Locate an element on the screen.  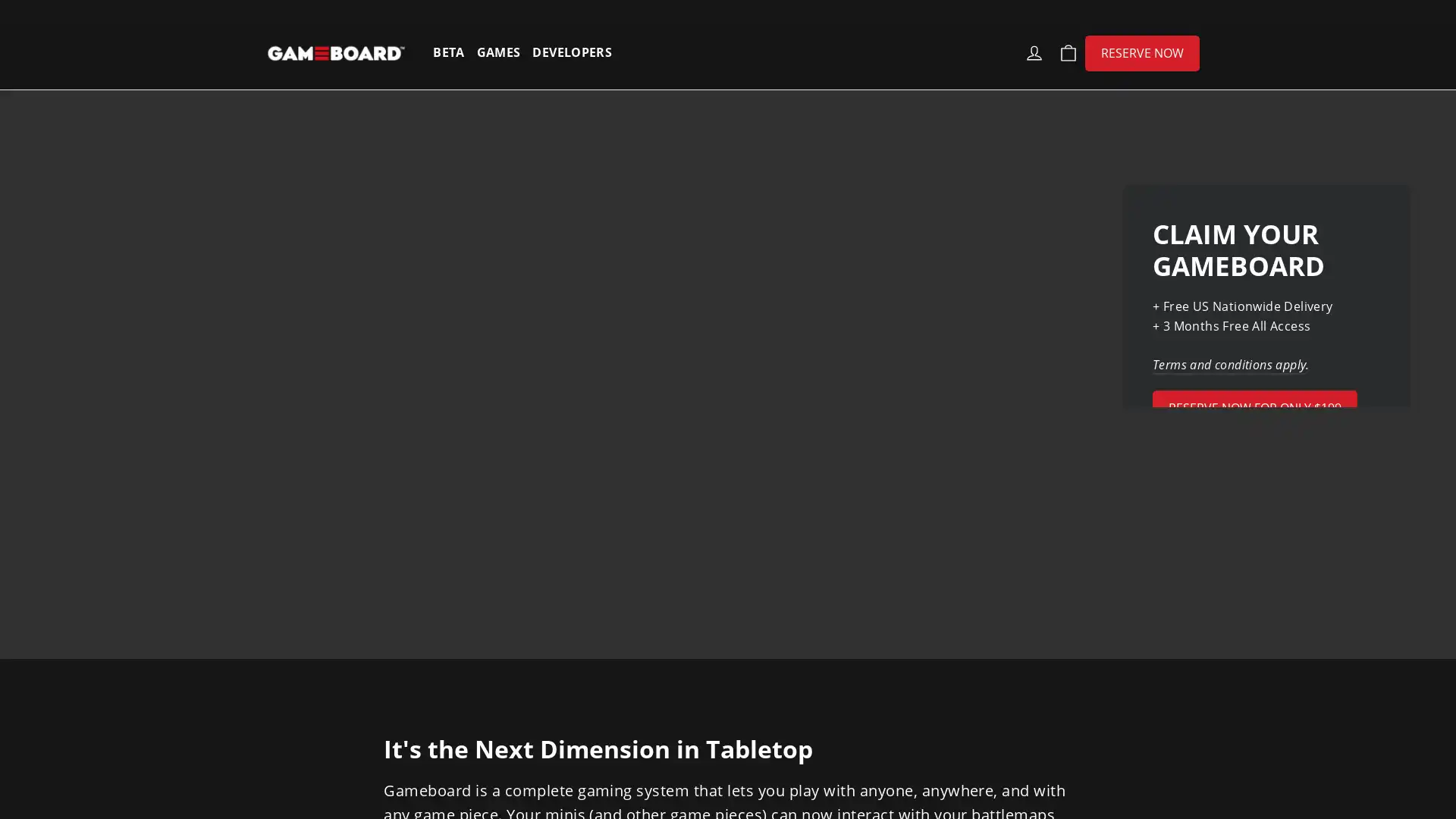
NO THANKS is located at coordinates (728, 715).